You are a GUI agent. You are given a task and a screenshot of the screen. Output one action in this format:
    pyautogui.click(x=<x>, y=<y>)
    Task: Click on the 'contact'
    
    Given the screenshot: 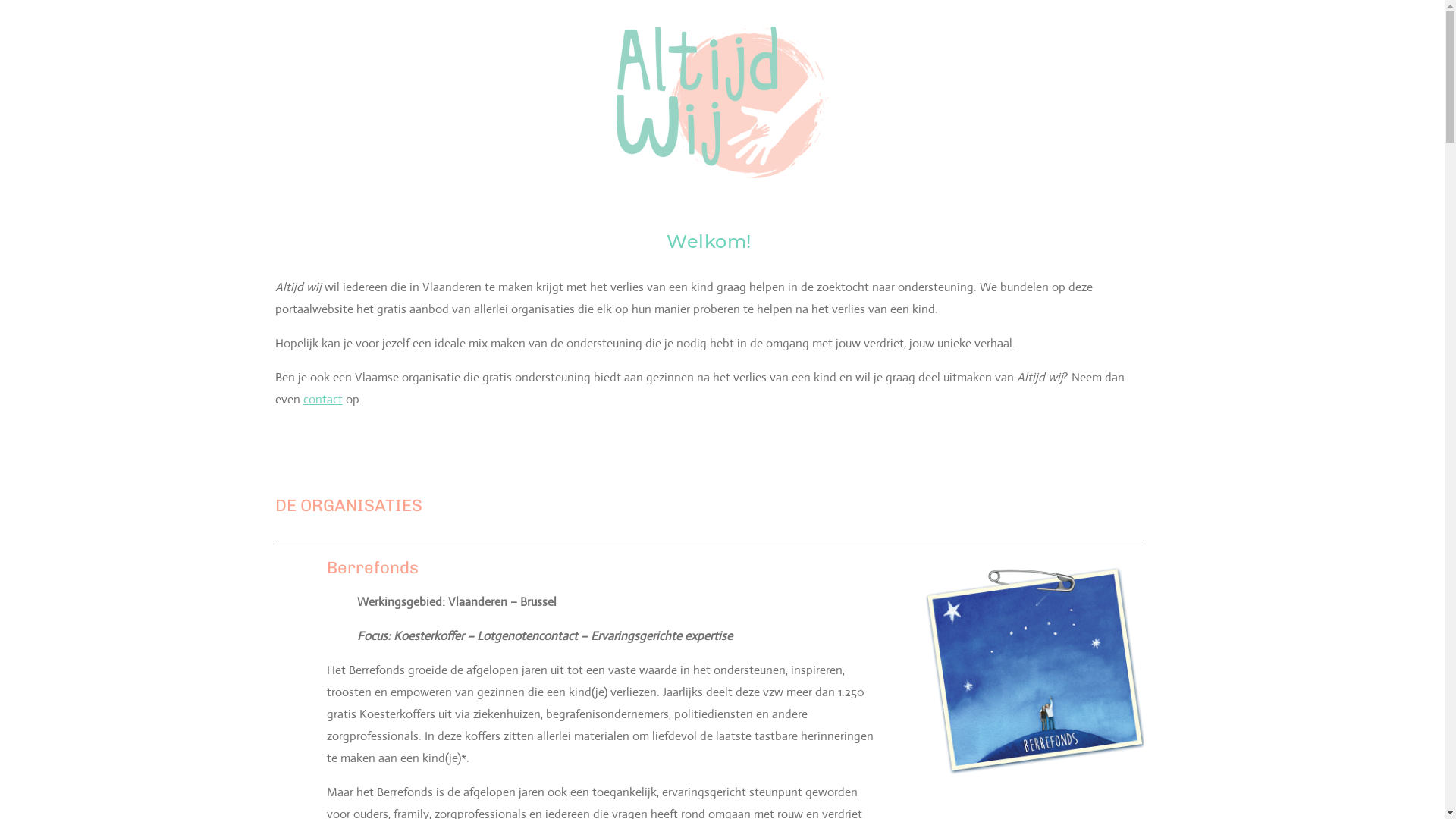 What is the action you would take?
    pyautogui.click(x=322, y=398)
    